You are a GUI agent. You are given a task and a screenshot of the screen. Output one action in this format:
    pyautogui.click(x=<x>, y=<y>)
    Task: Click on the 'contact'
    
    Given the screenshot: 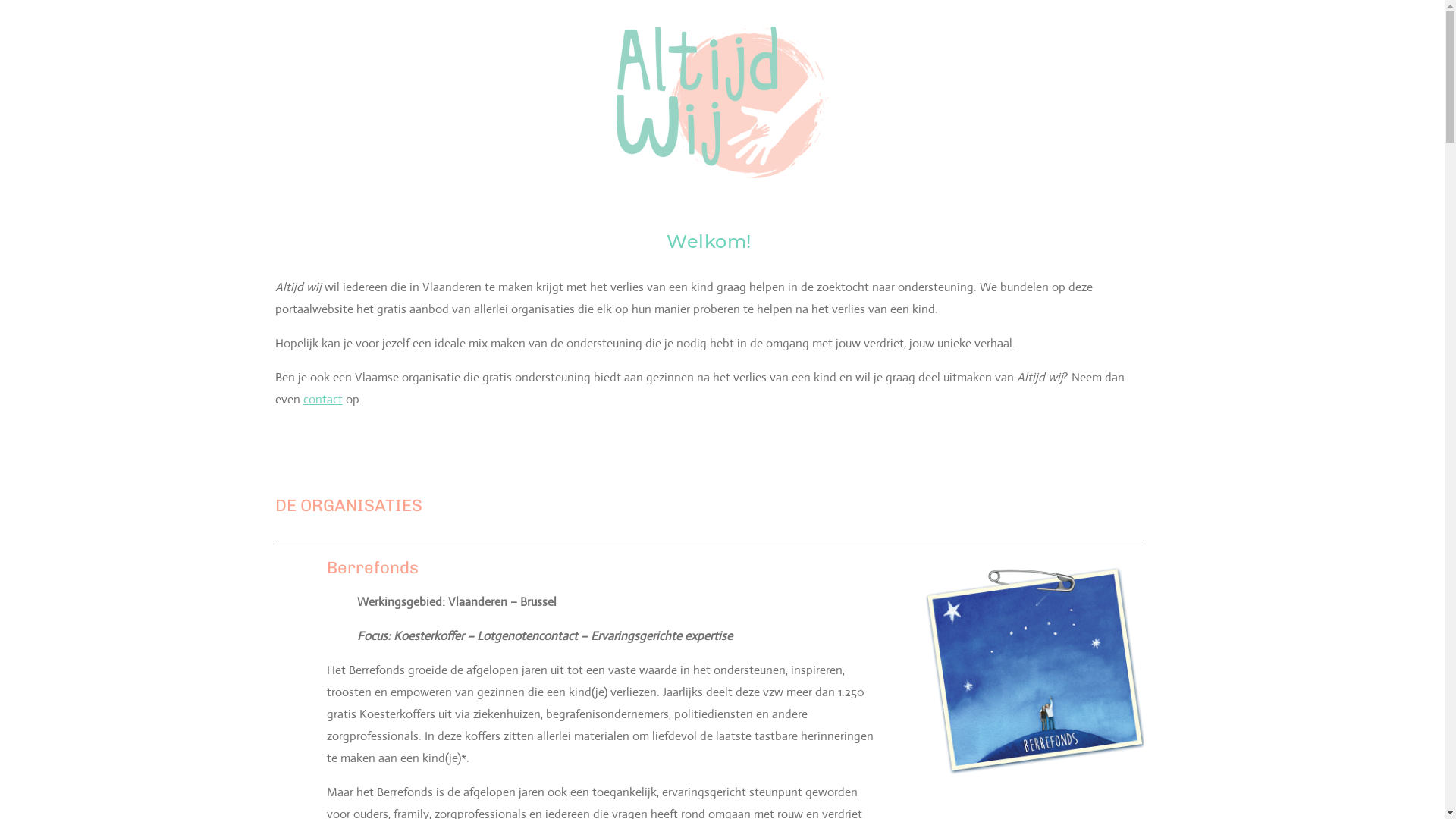 What is the action you would take?
    pyautogui.click(x=322, y=398)
    